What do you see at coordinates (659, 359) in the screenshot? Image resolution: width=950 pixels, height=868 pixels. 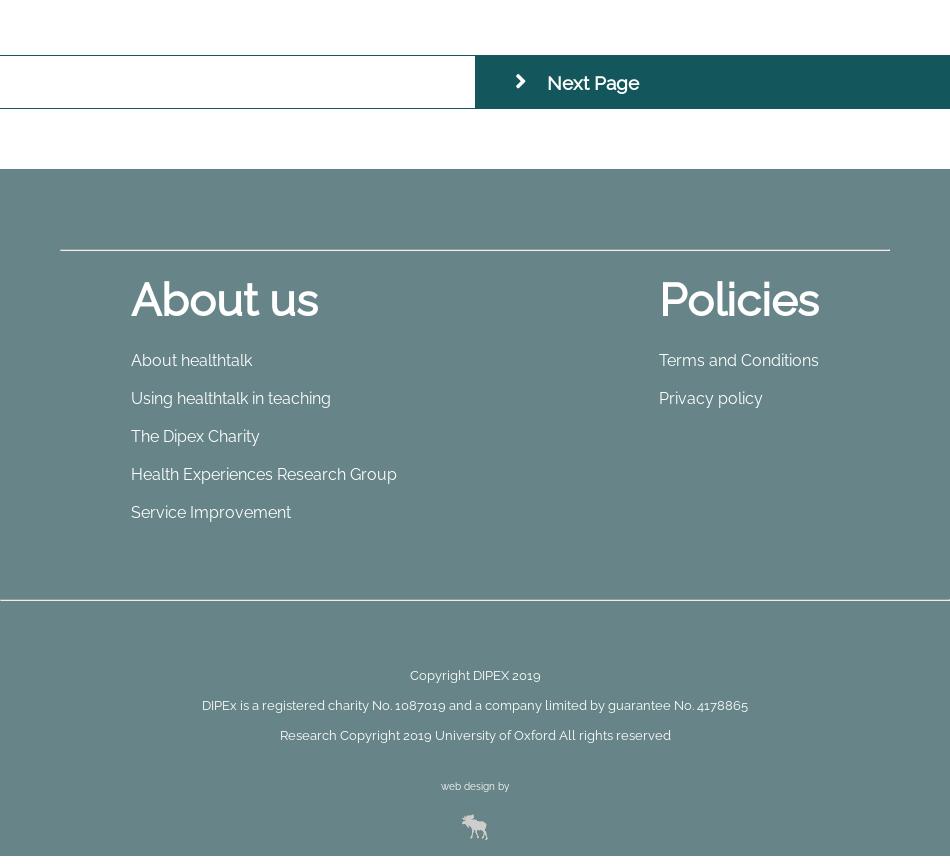 I see `'Terms and Conditions'` at bounding box center [659, 359].